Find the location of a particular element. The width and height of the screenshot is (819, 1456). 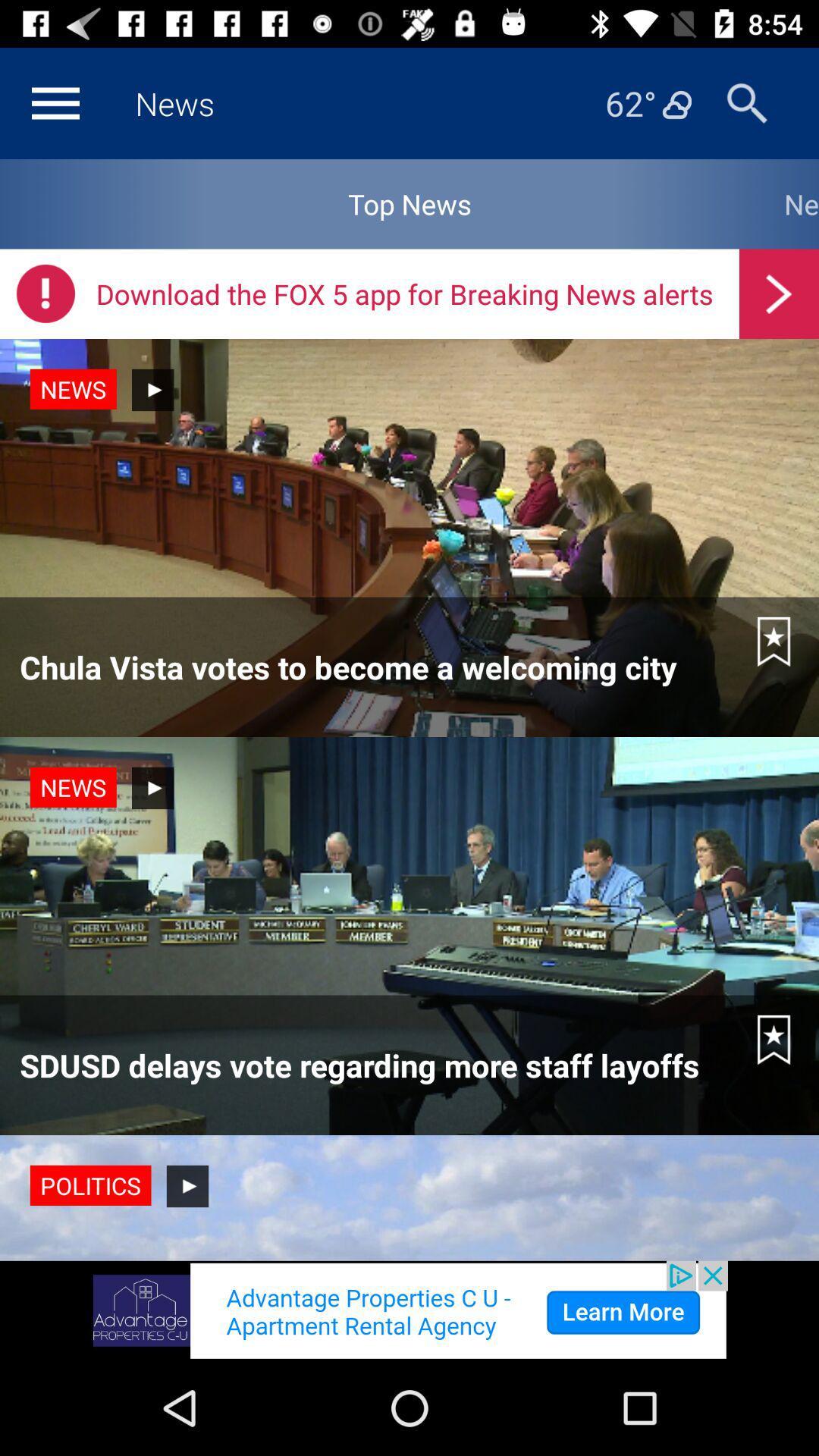

the advertisement is located at coordinates (409, 1310).